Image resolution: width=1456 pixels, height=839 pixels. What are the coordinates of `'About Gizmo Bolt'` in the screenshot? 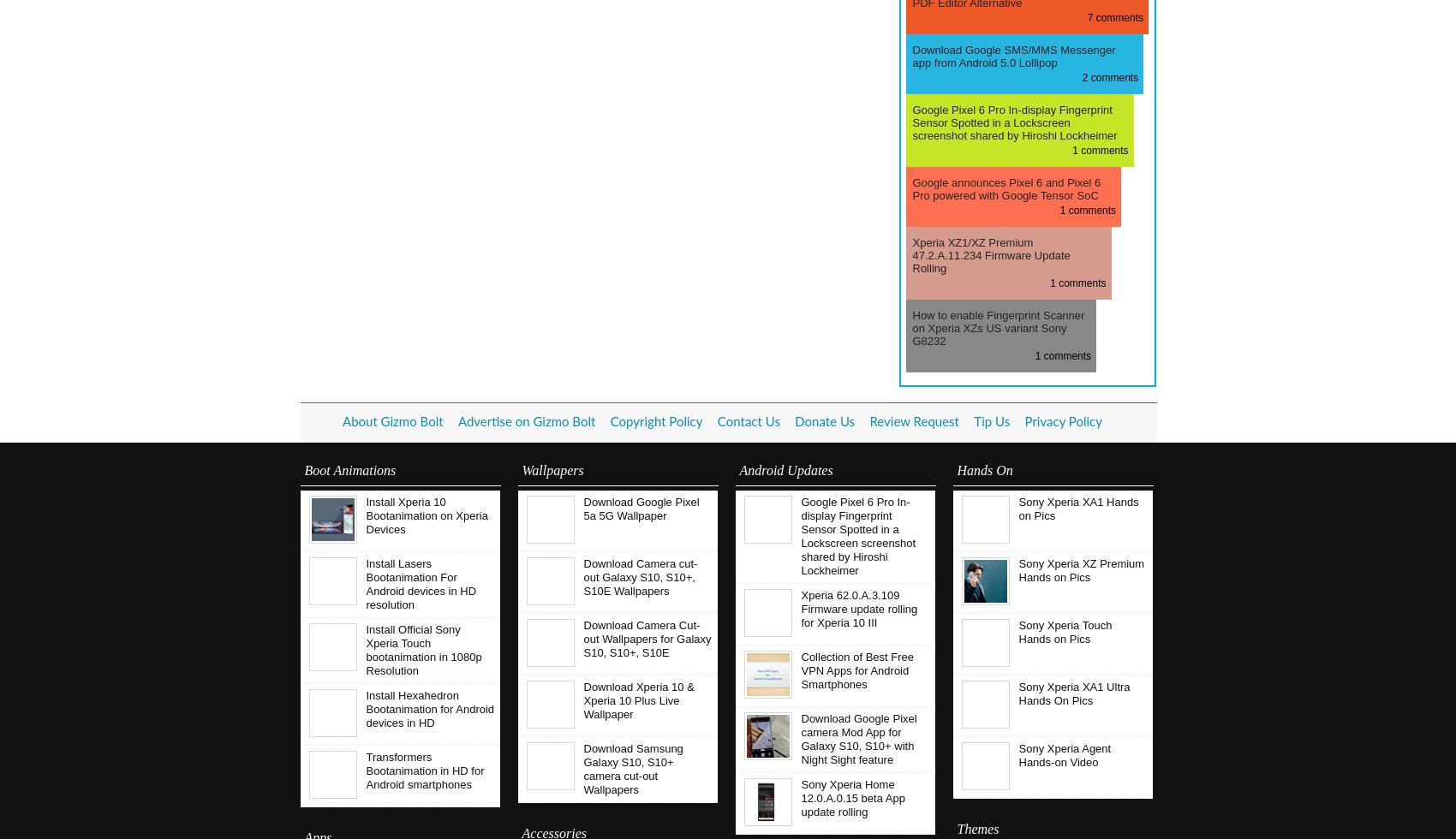 It's located at (391, 422).